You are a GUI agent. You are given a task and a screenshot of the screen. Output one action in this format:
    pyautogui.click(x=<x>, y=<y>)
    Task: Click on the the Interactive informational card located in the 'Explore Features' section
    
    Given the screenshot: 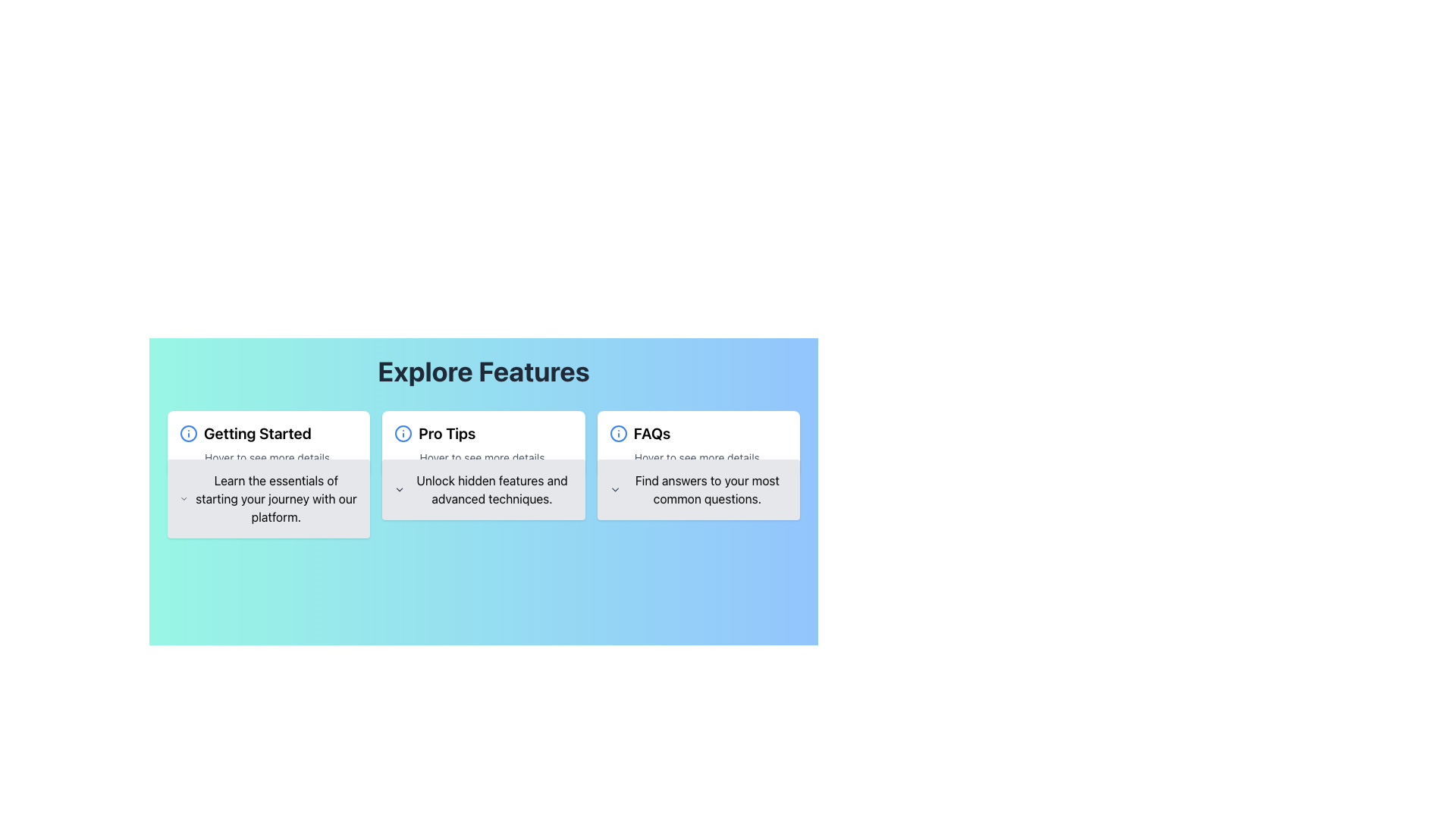 What is the action you would take?
    pyautogui.click(x=483, y=444)
    